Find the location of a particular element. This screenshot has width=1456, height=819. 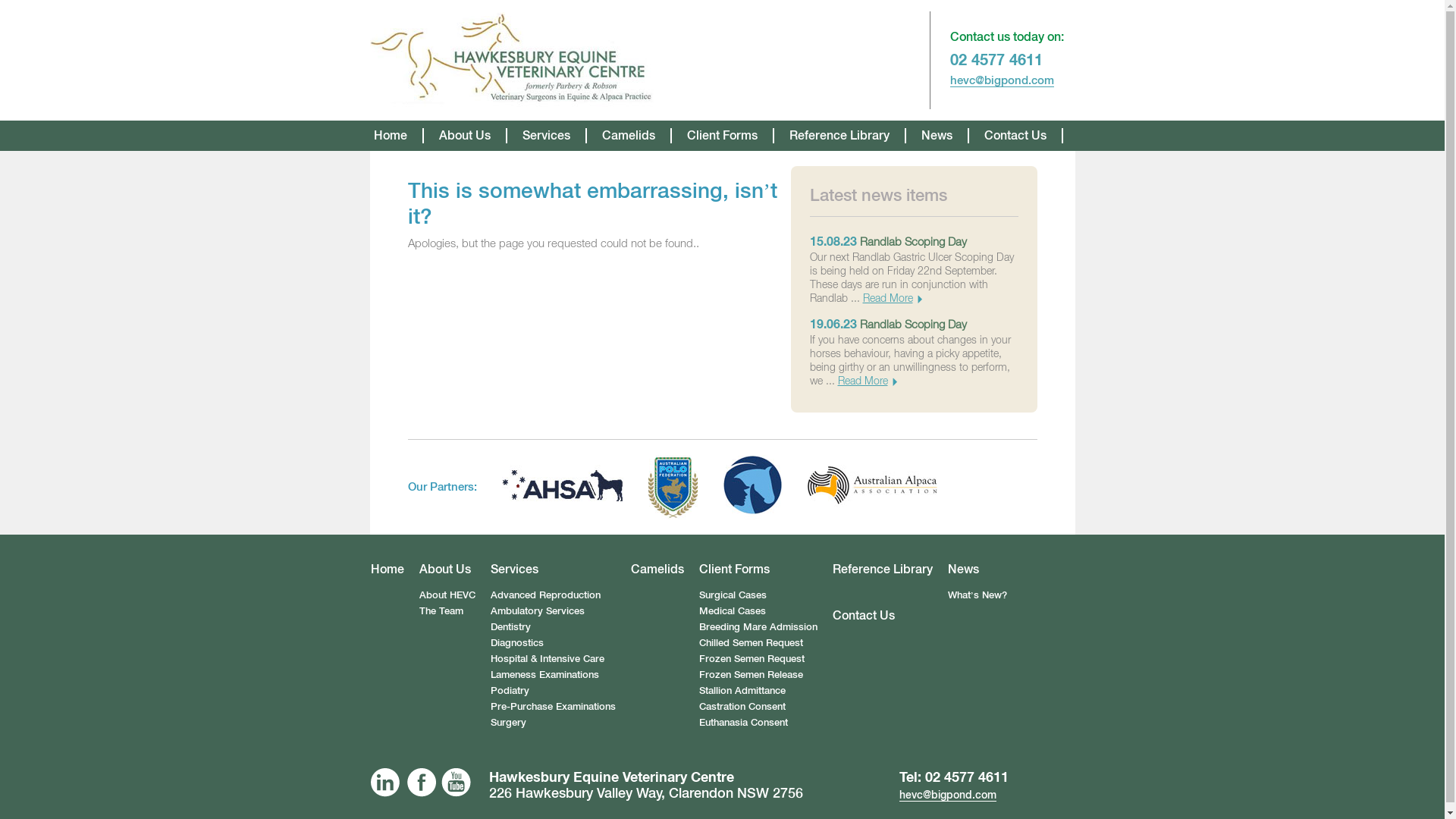

'Ambulatory Services' is located at coordinates (538, 610).